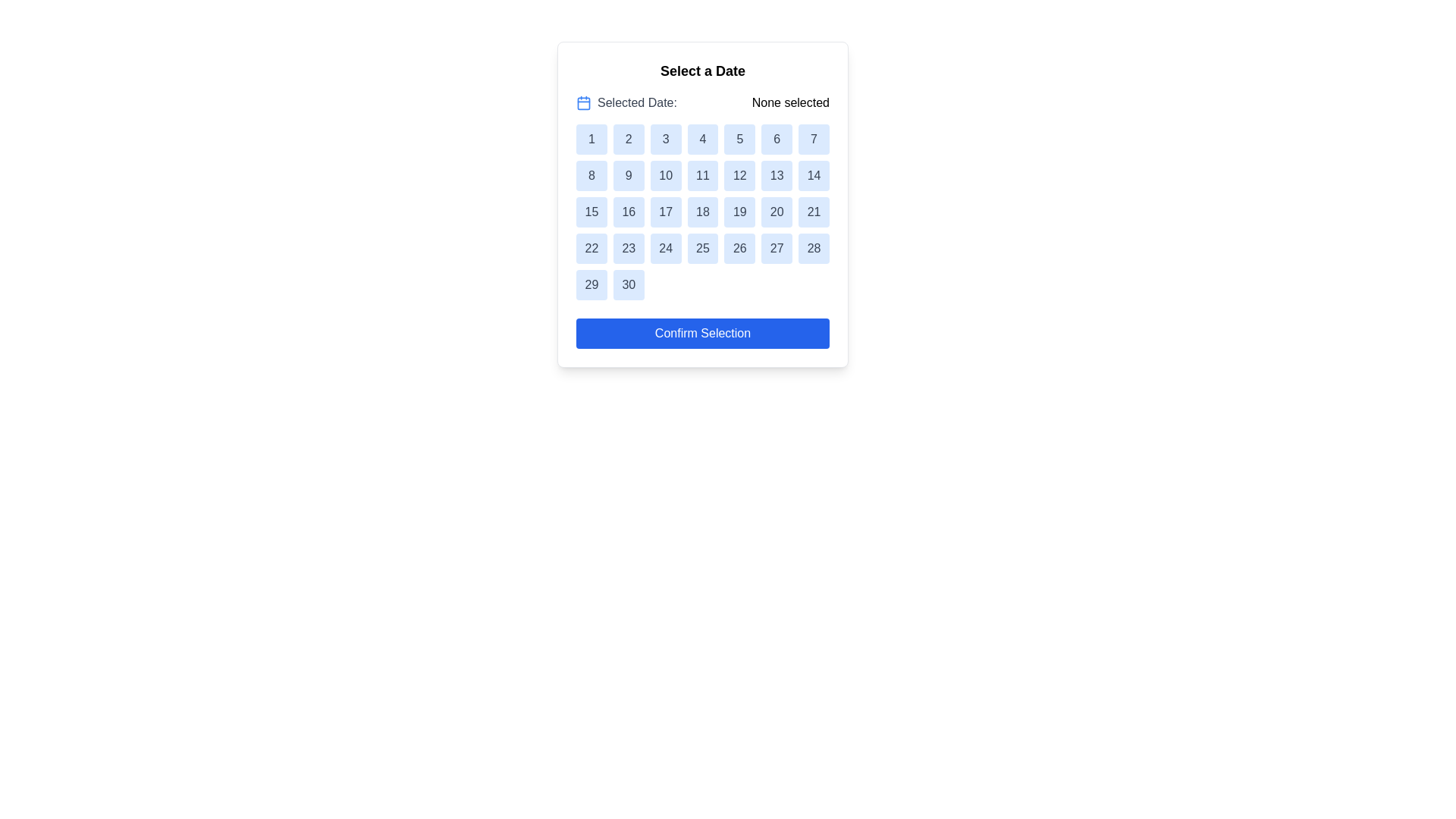 The height and width of the screenshot is (819, 1456). I want to click on the title text of the date selection interface, which is positioned at the top of a bordered box with rounded corners above the calendar layout, so click(701, 71).